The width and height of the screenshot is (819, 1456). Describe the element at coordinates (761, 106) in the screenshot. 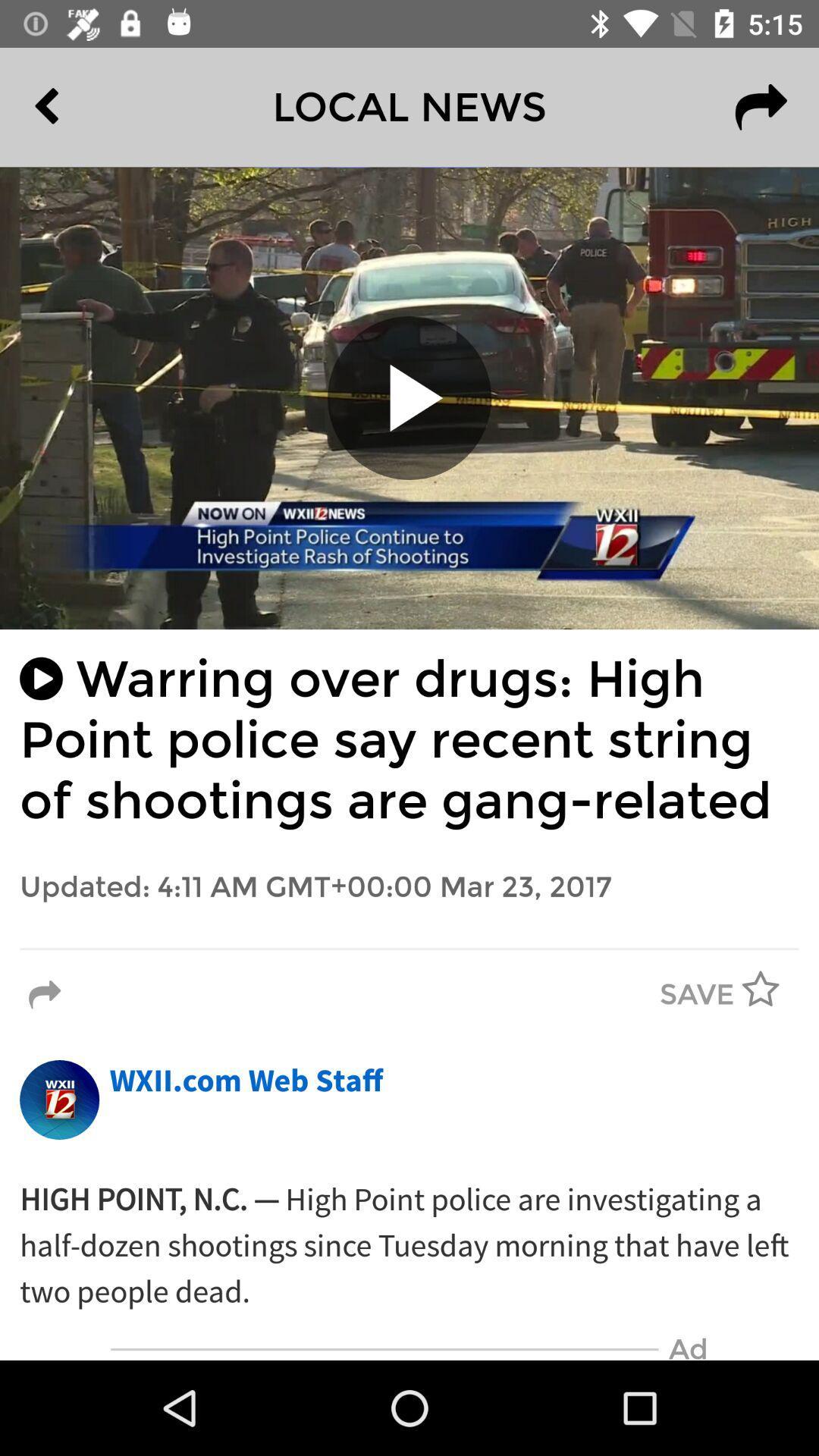

I see `the item at the top right corner` at that location.